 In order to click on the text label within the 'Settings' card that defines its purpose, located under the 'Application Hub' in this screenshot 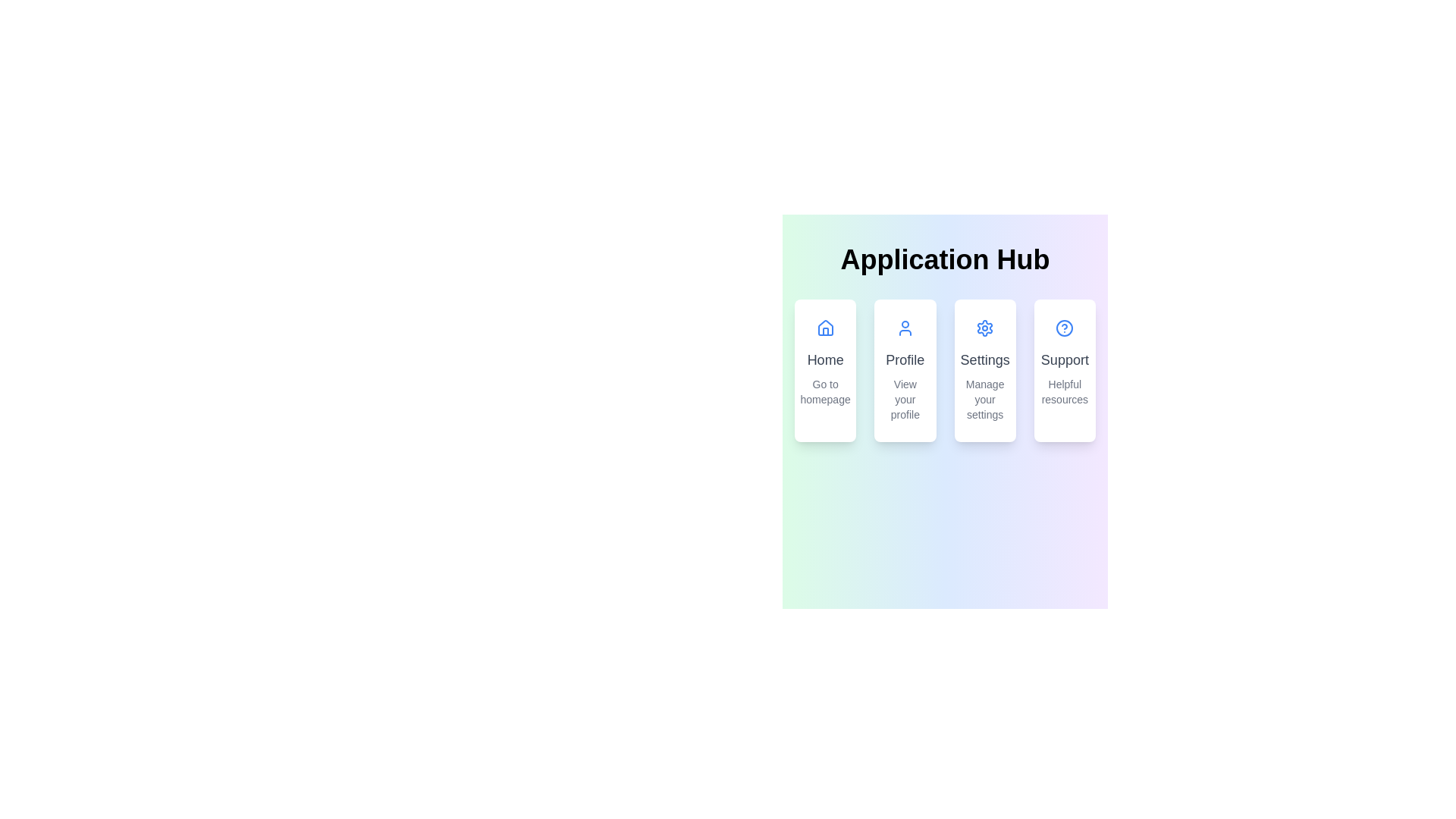, I will do `click(985, 359)`.